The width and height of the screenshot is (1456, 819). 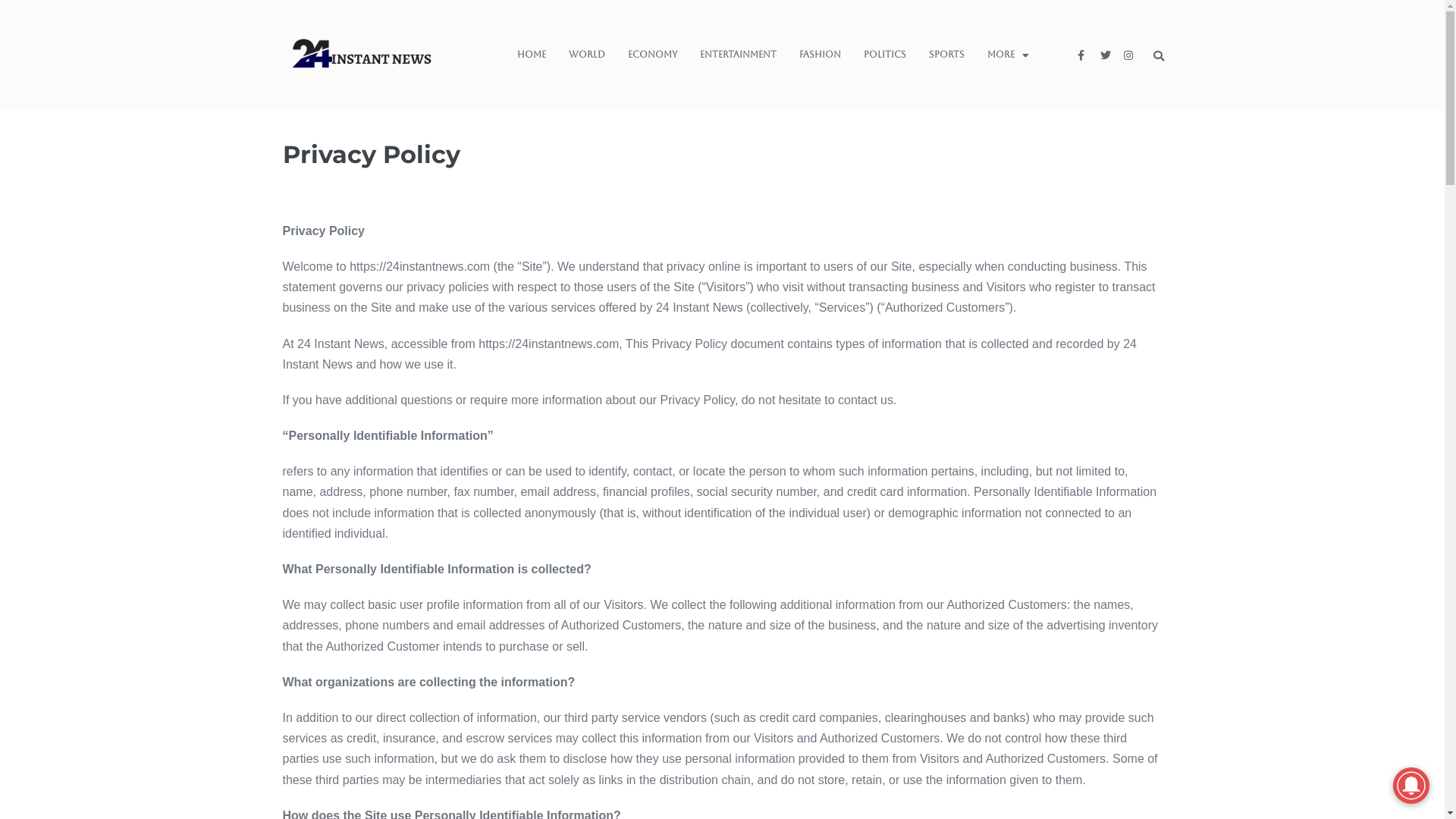 What do you see at coordinates (652, 54) in the screenshot?
I see `'Economy'` at bounding box center [652, 54].